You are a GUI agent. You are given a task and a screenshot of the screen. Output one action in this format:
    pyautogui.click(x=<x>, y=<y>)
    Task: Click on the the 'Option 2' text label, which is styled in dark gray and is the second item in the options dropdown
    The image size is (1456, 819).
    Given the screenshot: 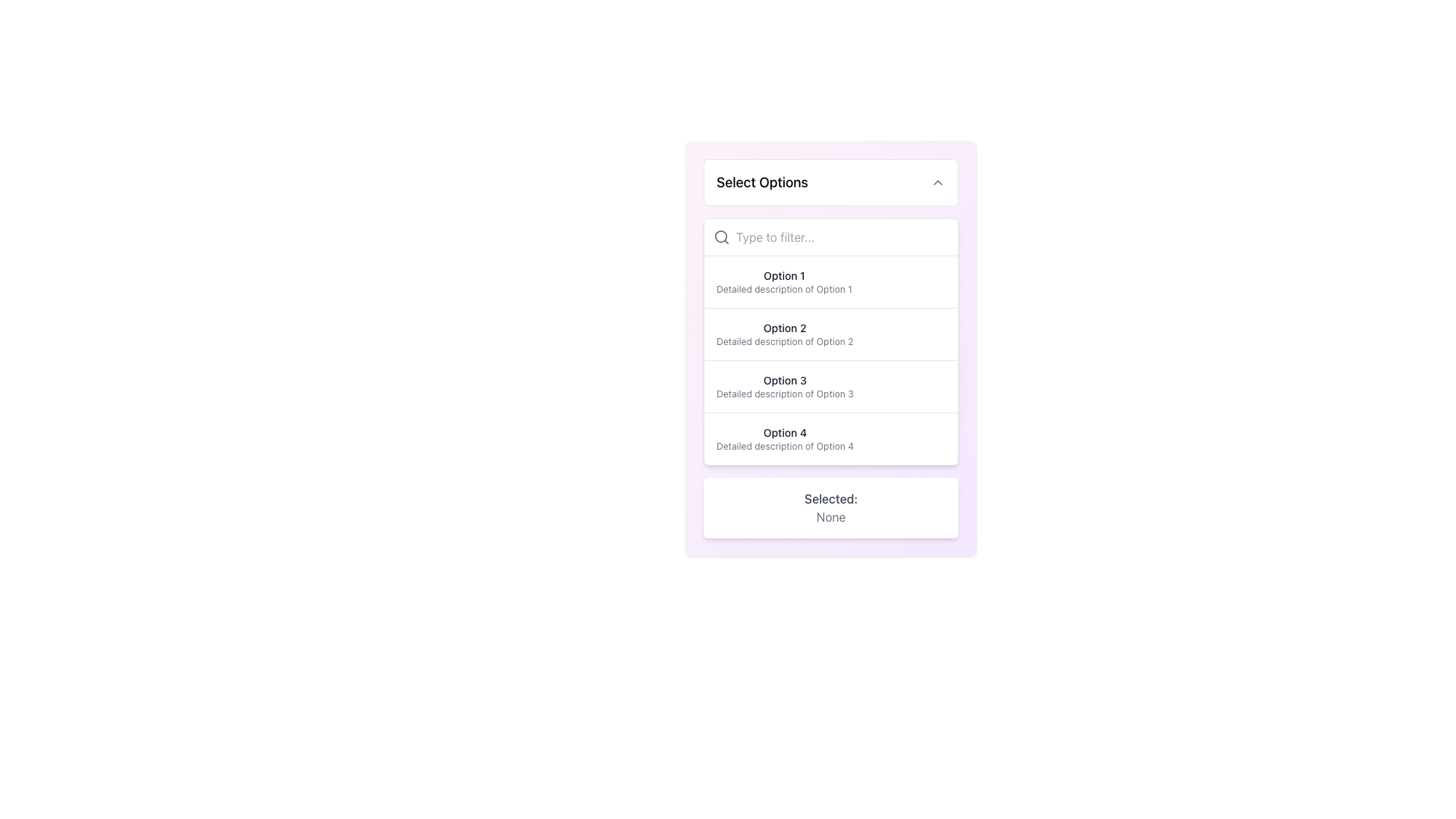 What is the action you would take?
    pyautogui.click(x=785, y=327)
    